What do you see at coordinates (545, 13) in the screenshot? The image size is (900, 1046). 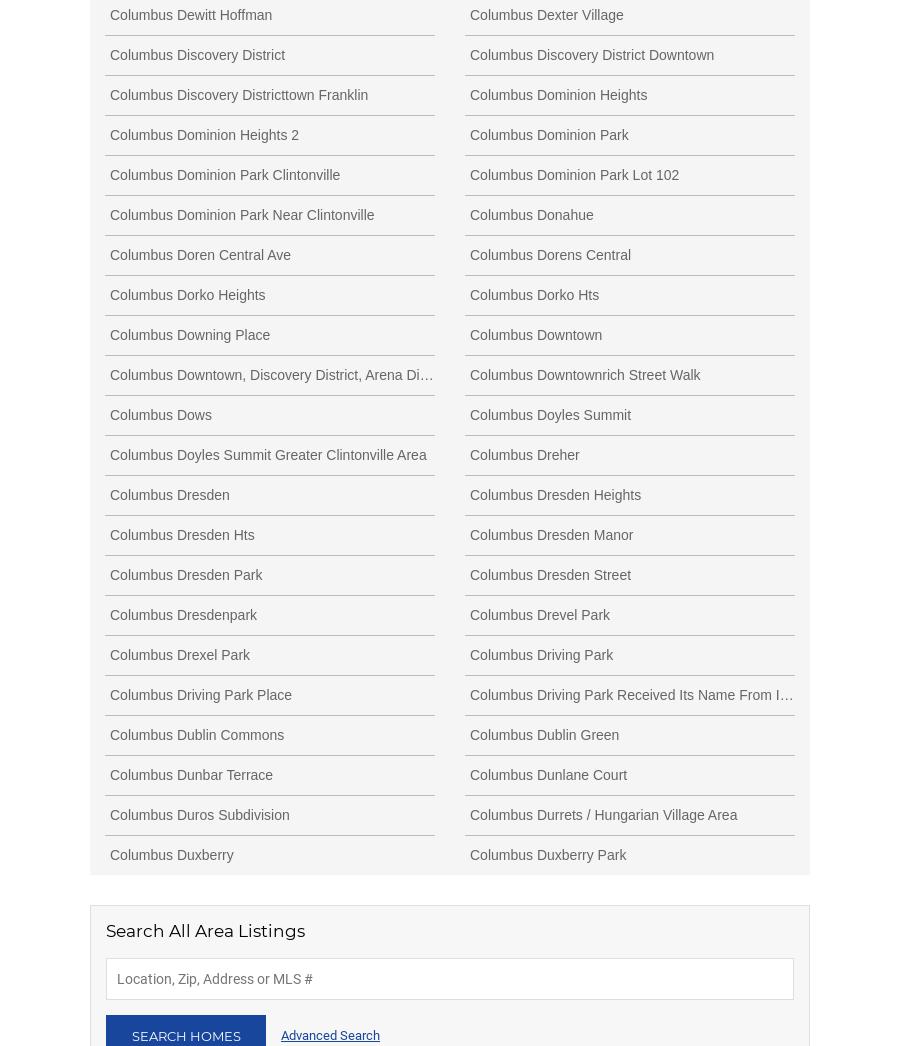 I see `'Columbus Dexter Village'` at bounding box center [545, 13].